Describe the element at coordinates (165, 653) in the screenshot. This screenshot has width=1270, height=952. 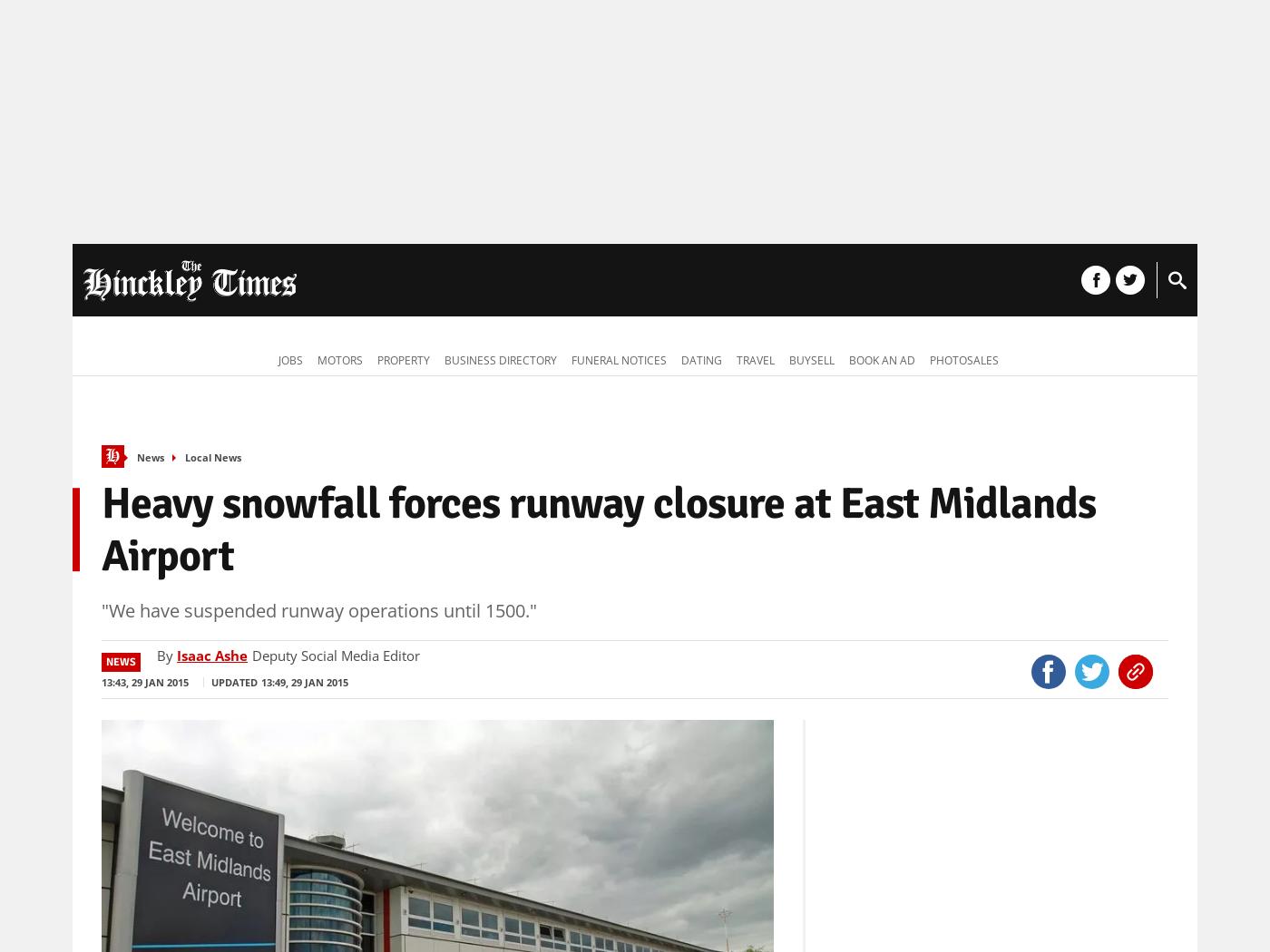
I see `'By'` at that location.